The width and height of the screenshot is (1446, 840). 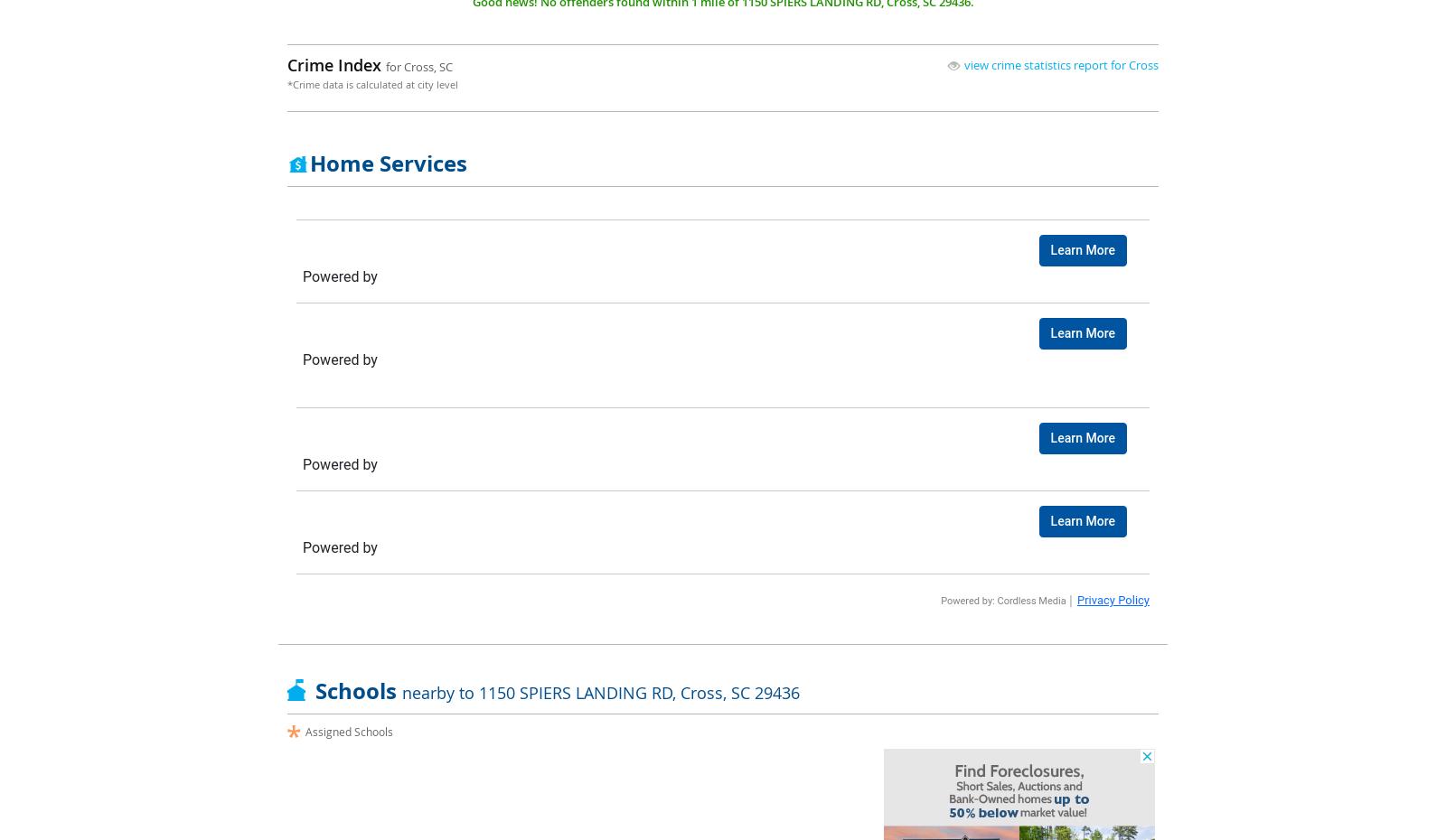 I want to click on 'view crime statistics report for  Cross', so click(x=964, y=63).